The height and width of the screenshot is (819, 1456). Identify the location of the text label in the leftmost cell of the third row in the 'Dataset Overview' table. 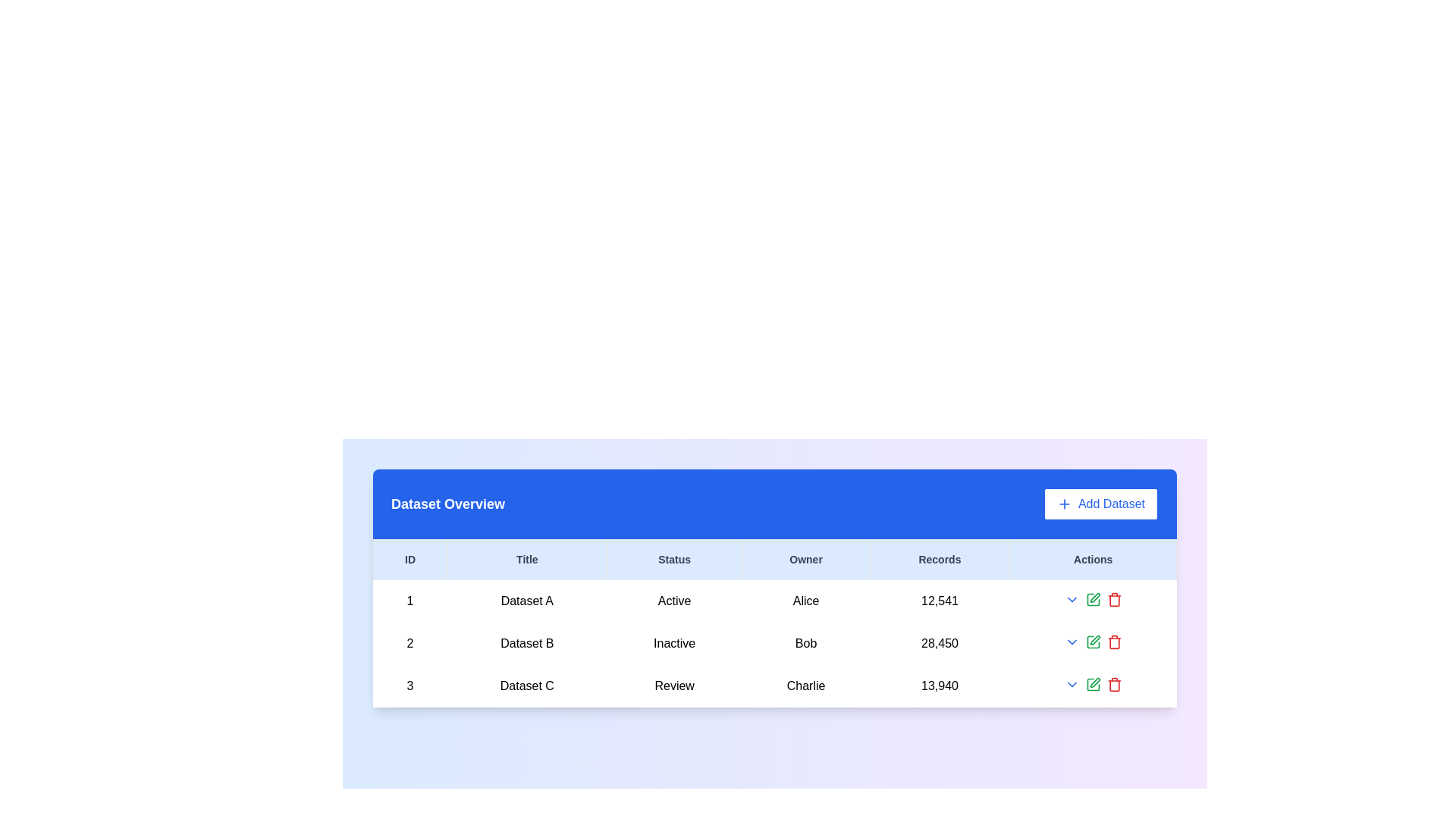
(410, 686).